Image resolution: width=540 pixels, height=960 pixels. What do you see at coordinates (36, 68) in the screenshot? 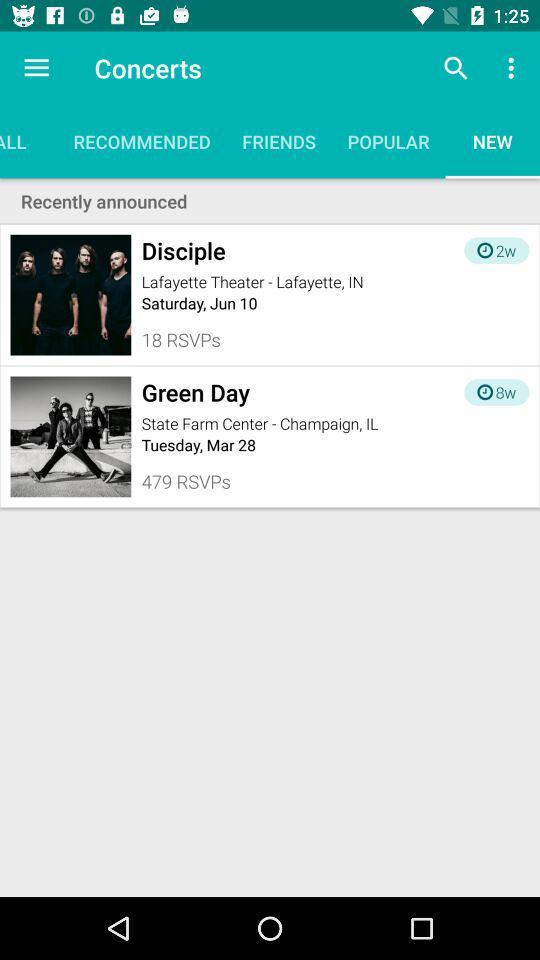
I see `the item to the left of the concerts icon` at bounding box center [36, 68].